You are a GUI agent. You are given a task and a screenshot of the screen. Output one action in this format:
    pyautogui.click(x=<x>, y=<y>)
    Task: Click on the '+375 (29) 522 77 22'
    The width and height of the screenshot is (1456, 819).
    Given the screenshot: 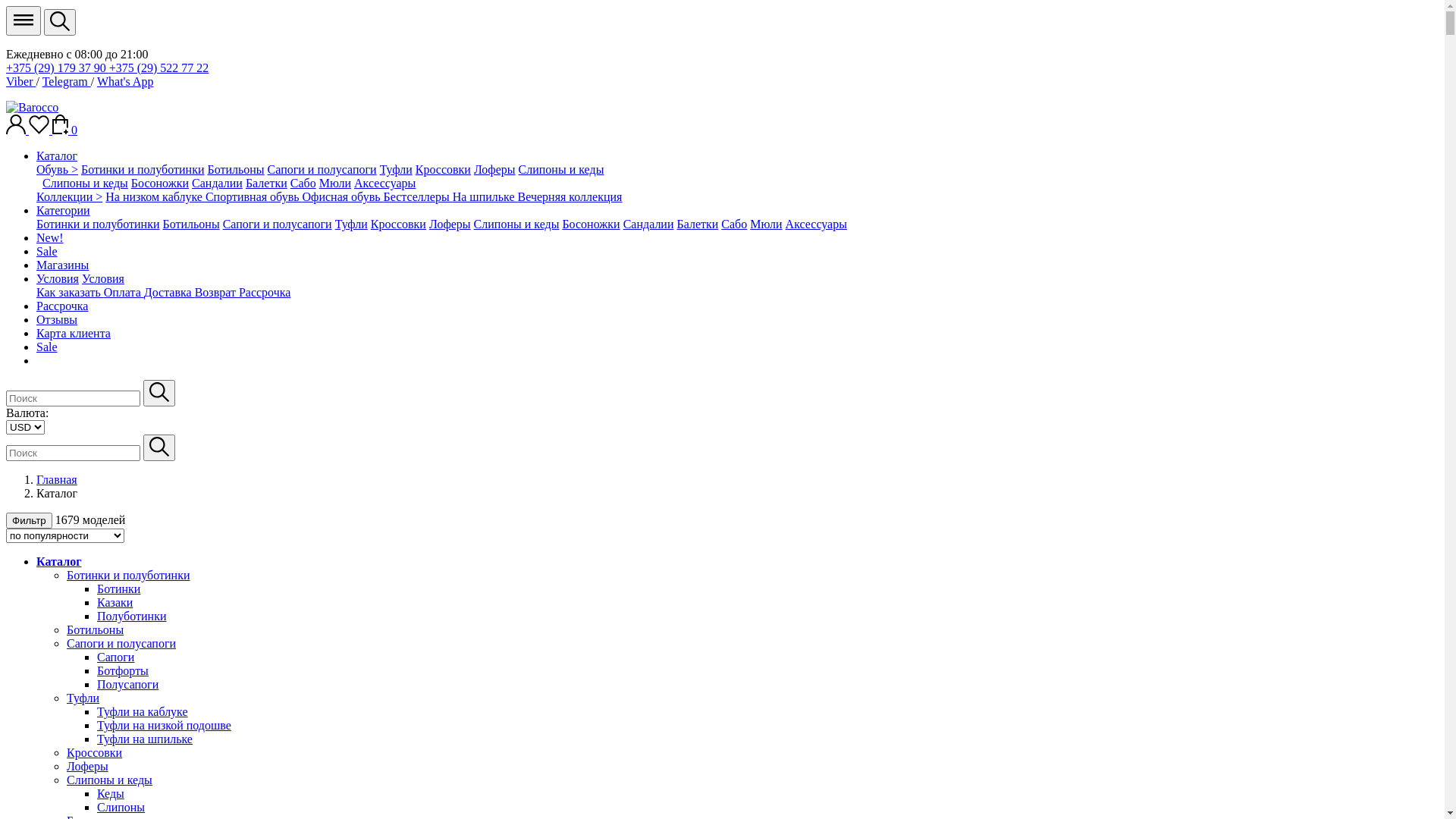 What is the action you would take?
    pyautogui.click(x=159, y=67)
    